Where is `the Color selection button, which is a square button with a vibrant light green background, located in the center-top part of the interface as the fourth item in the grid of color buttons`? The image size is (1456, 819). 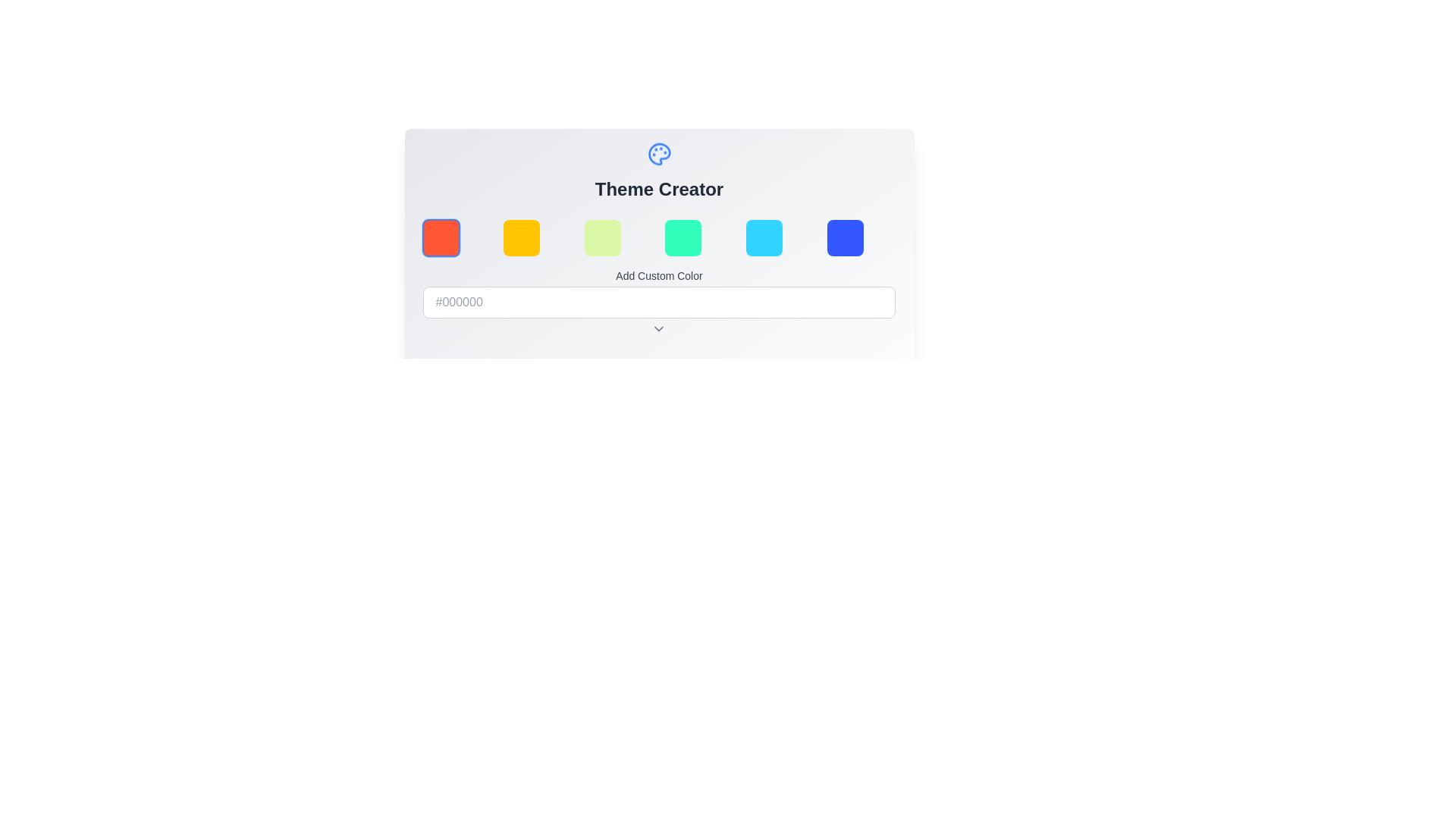
the Color selection button, which is a square button with a vibrant light green background, located in the center-top part of the interface as the fourth item in the grid of color buttons is located at coordinates (682, 237).